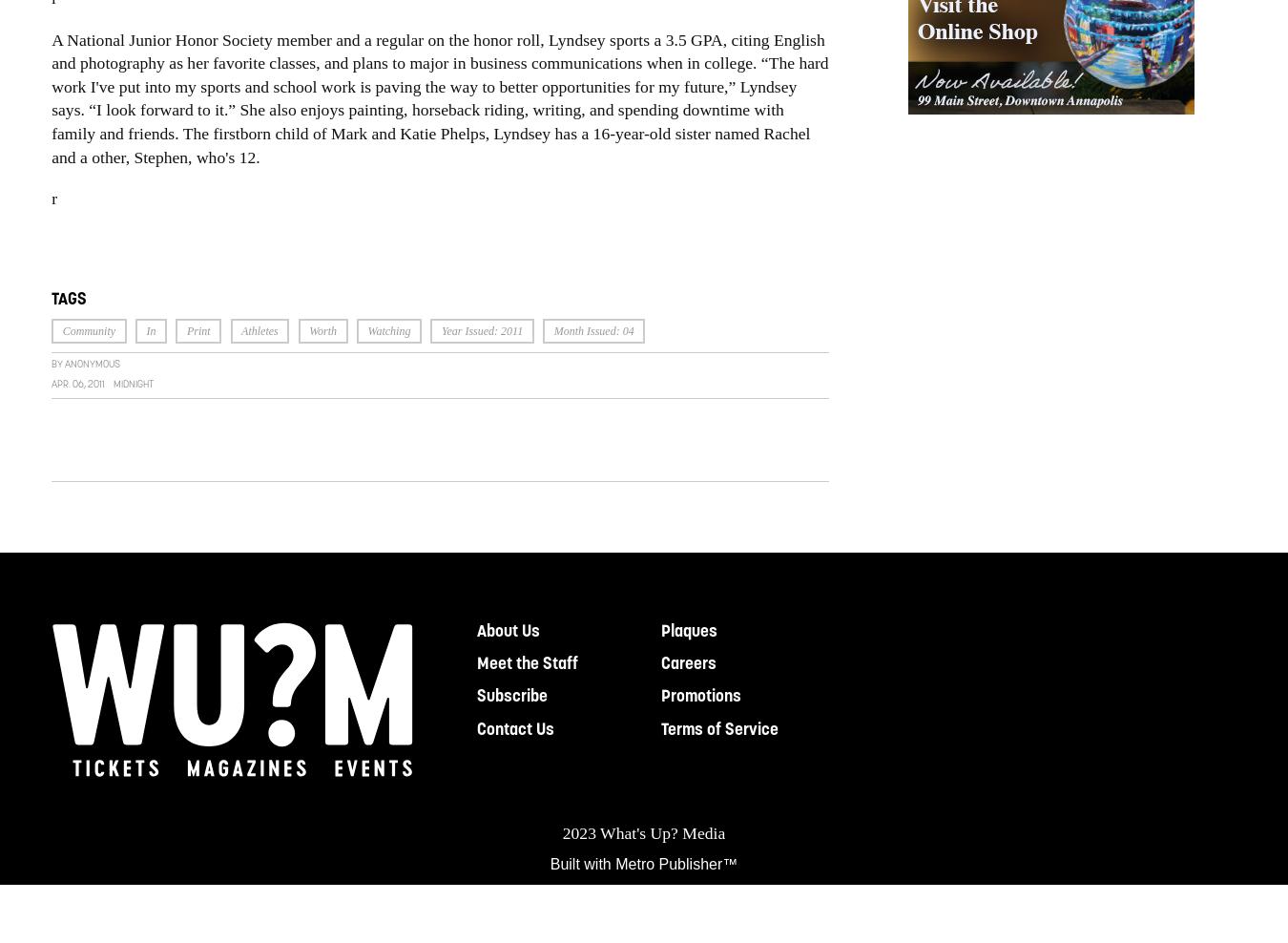 The height and width of the screenshot is (943, 1288). Describe the element at coordinates (717, 727) in the screenshot. I see `'Terms of Service'` at that location.